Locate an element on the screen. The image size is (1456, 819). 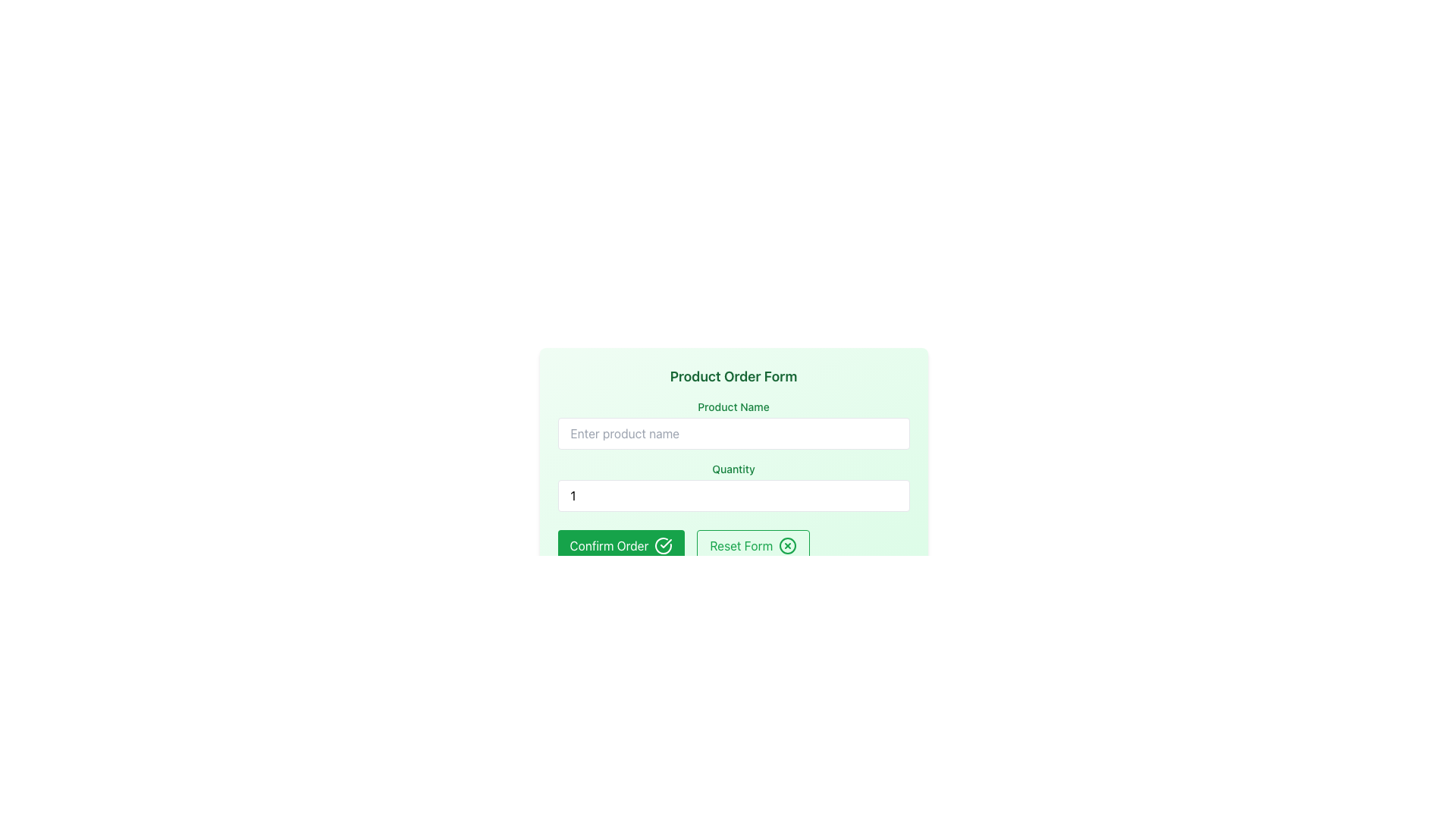
the reset button in the 'Product Order Form' is located at coordinates (753, 546).